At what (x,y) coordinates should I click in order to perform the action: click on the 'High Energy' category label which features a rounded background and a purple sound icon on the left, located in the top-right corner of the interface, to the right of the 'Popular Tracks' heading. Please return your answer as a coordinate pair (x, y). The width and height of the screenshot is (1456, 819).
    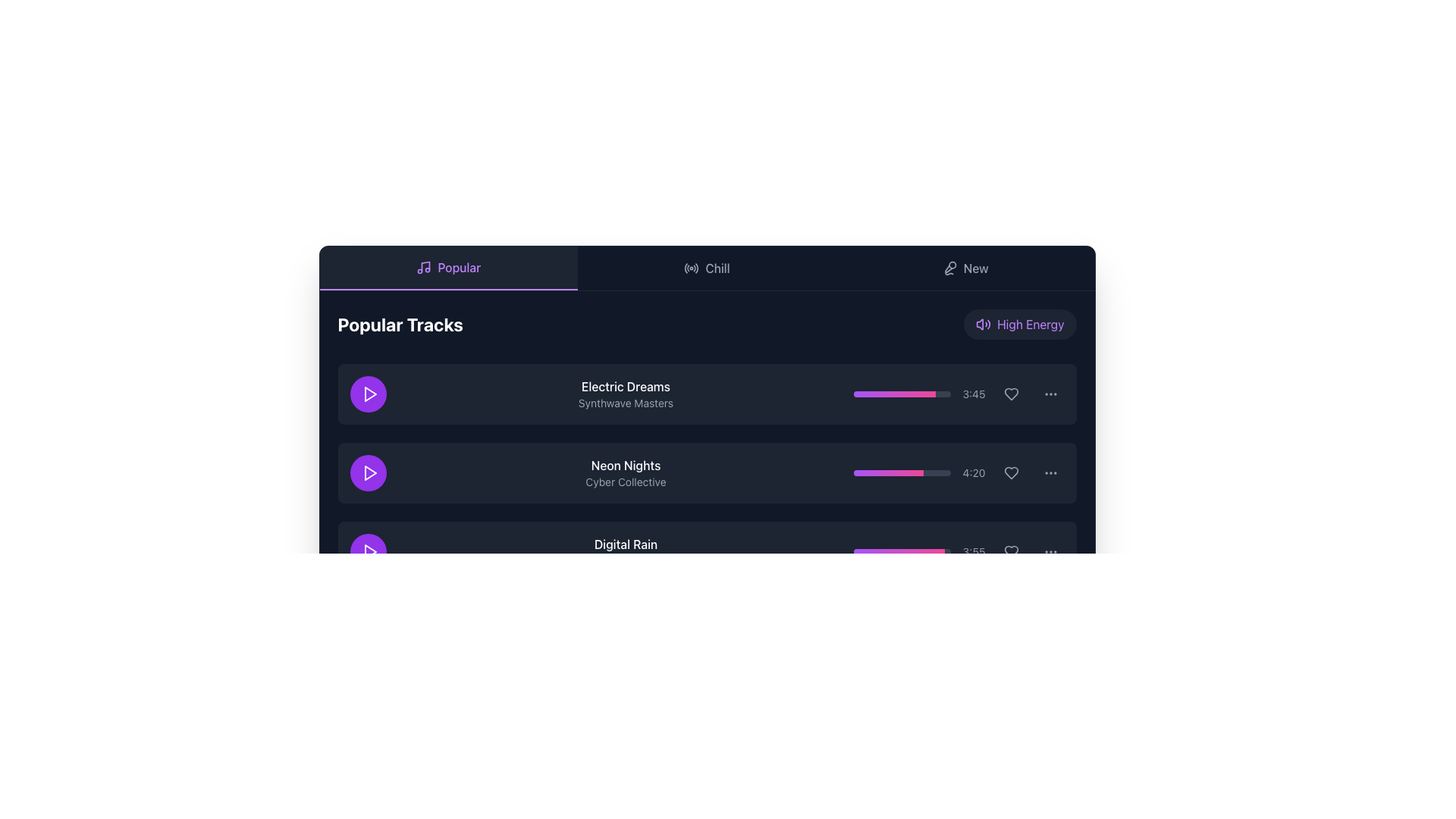
    Looking at the image, I should click on (1020, 324).